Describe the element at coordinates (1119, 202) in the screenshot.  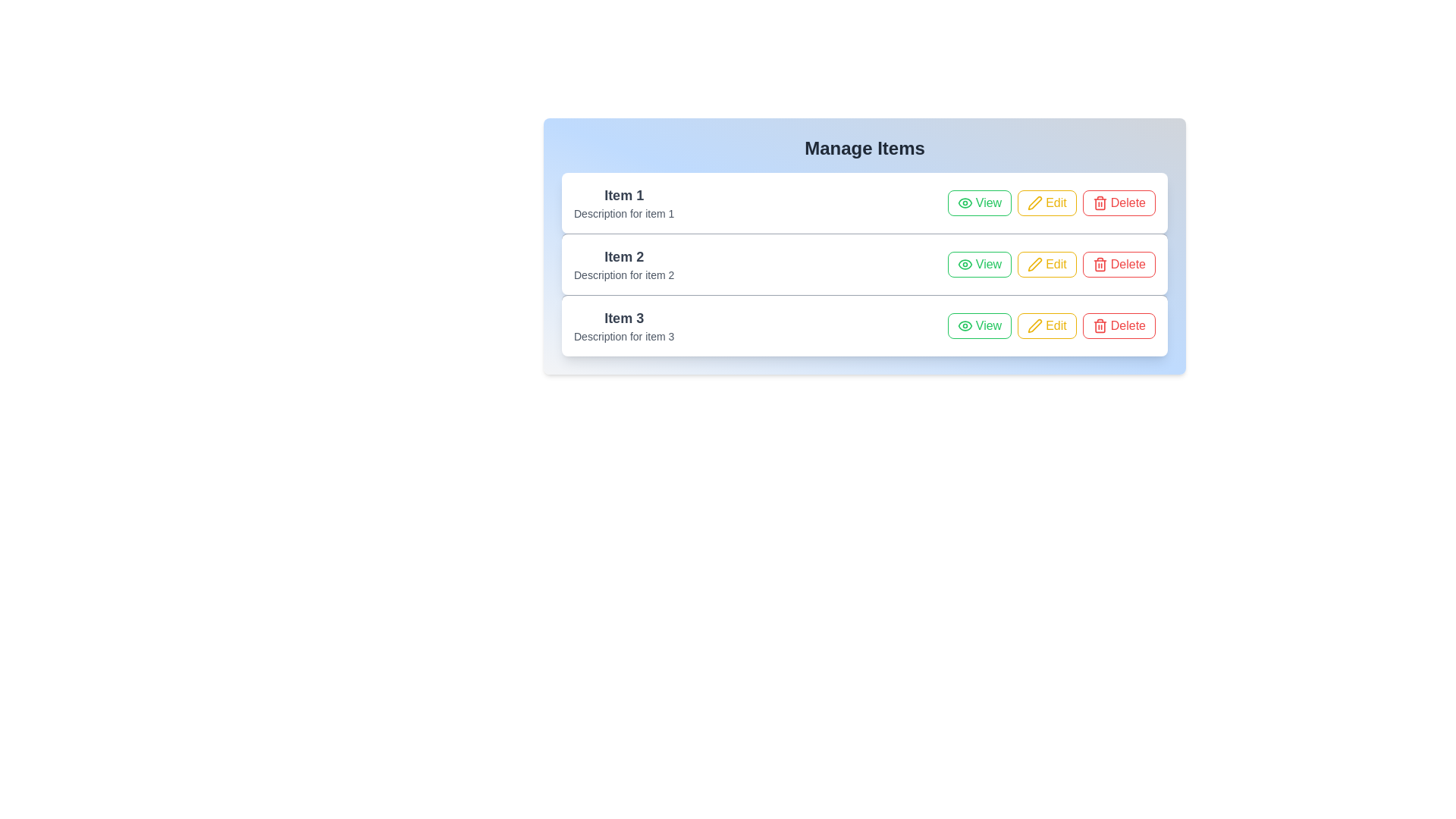
I see `delete button for the item labeled Item 1` at that location.